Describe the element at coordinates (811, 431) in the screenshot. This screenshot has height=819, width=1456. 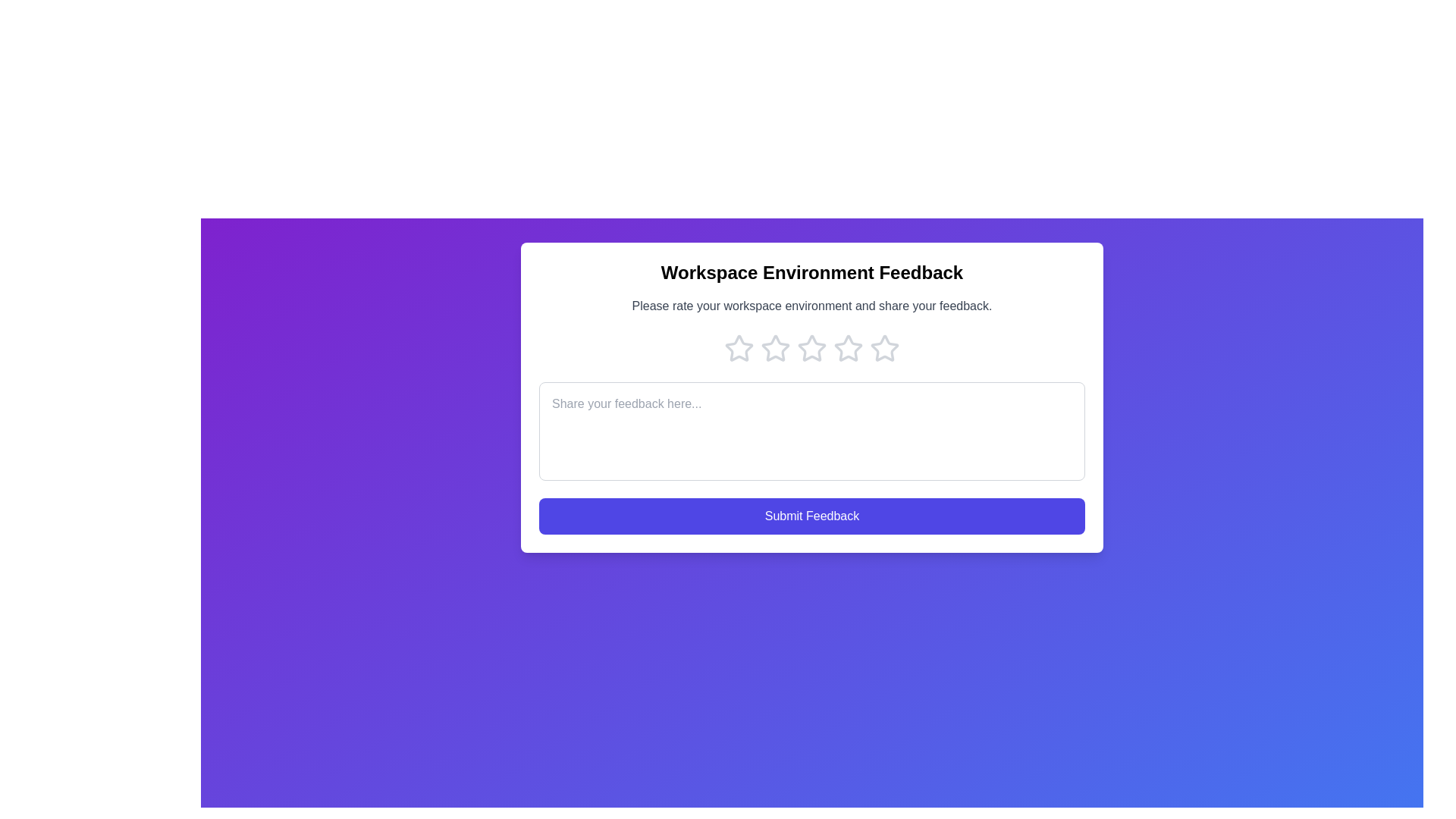
I see `the text area and type the feedback text` at that location.